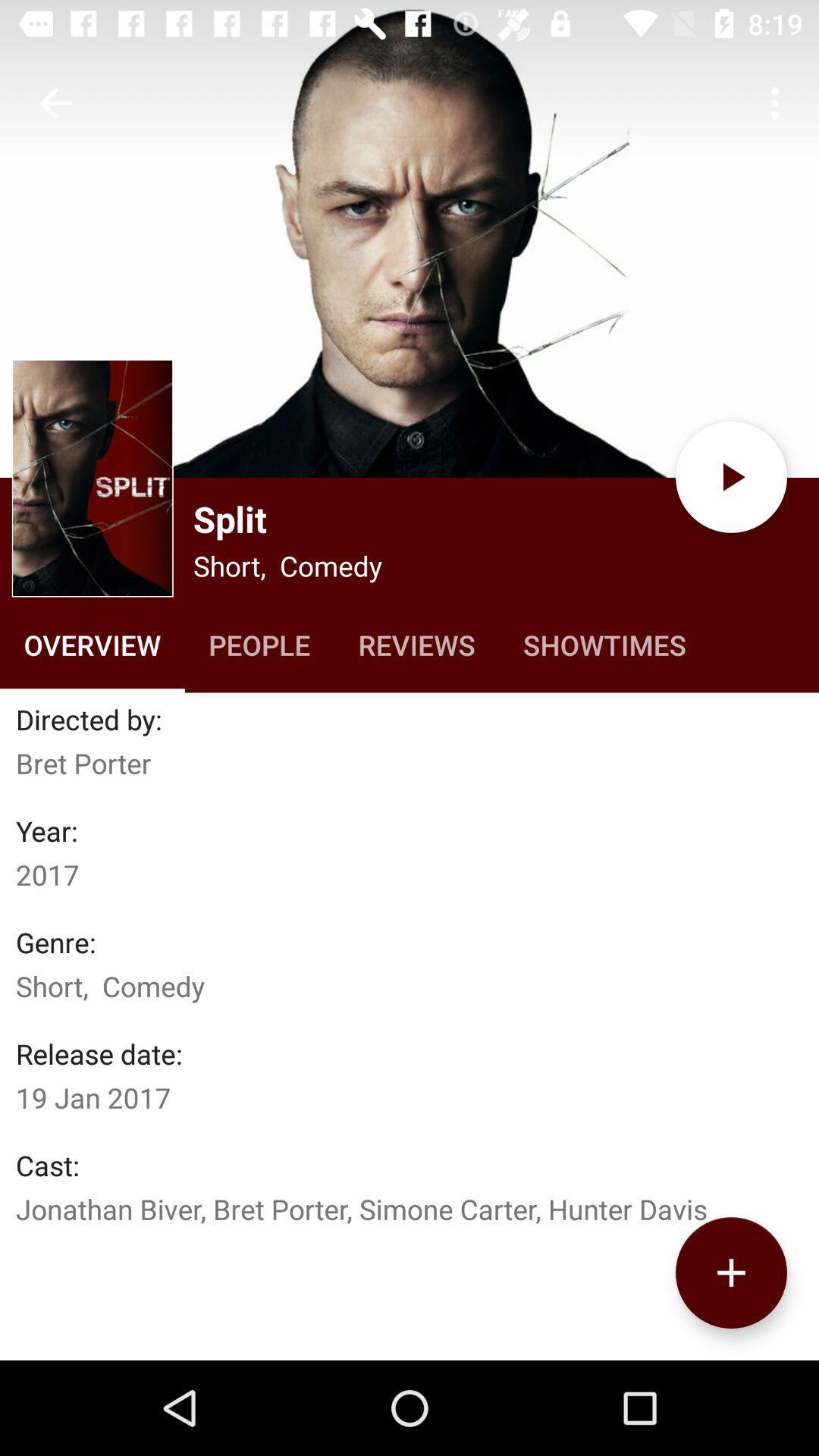  What do you see at coordinates (93, 477) in the screenshot?
I see `movie poster` at bounding box center [93, 477].